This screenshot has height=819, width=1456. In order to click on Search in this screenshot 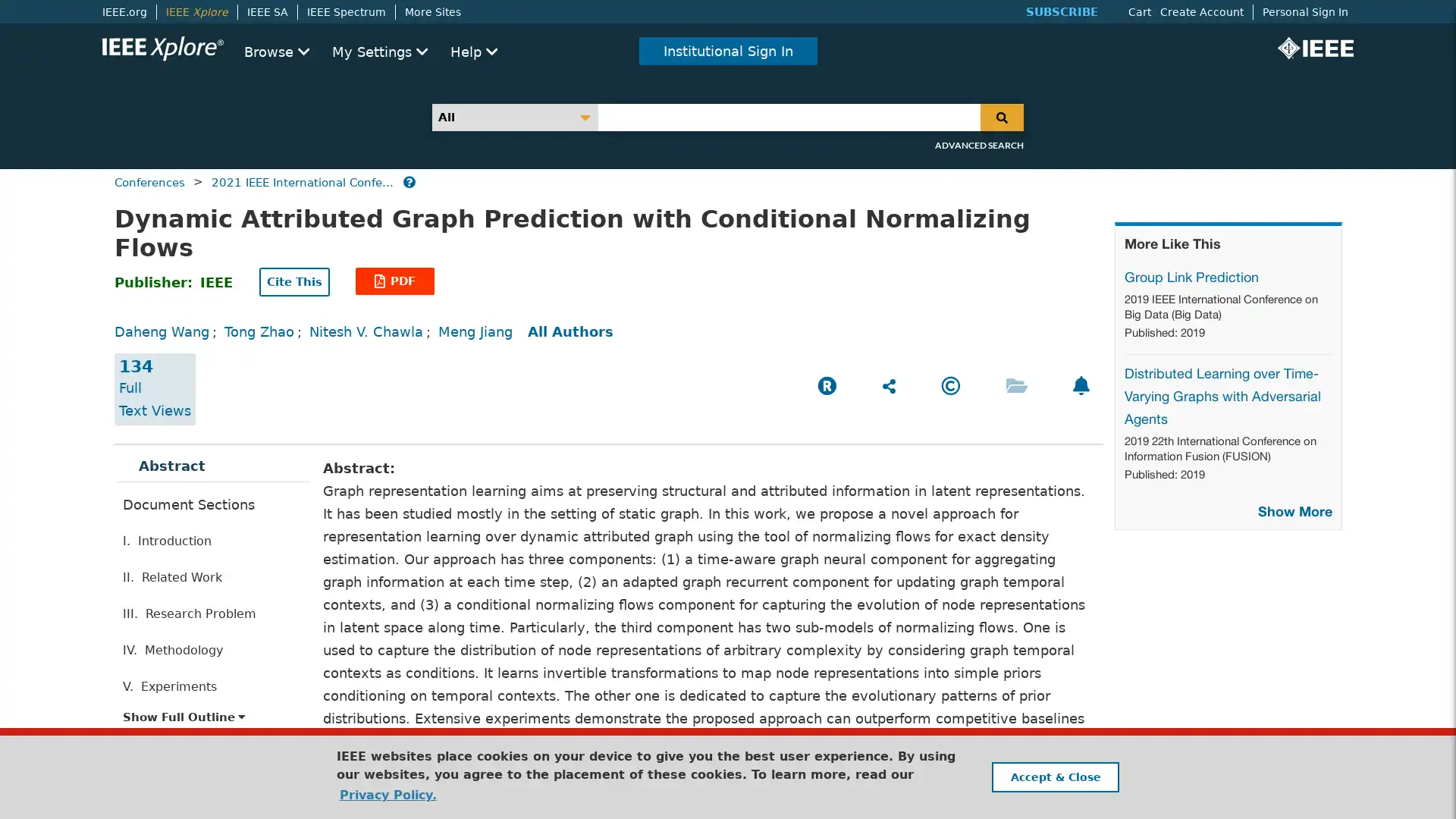, I will do `click(1002, 116)`.